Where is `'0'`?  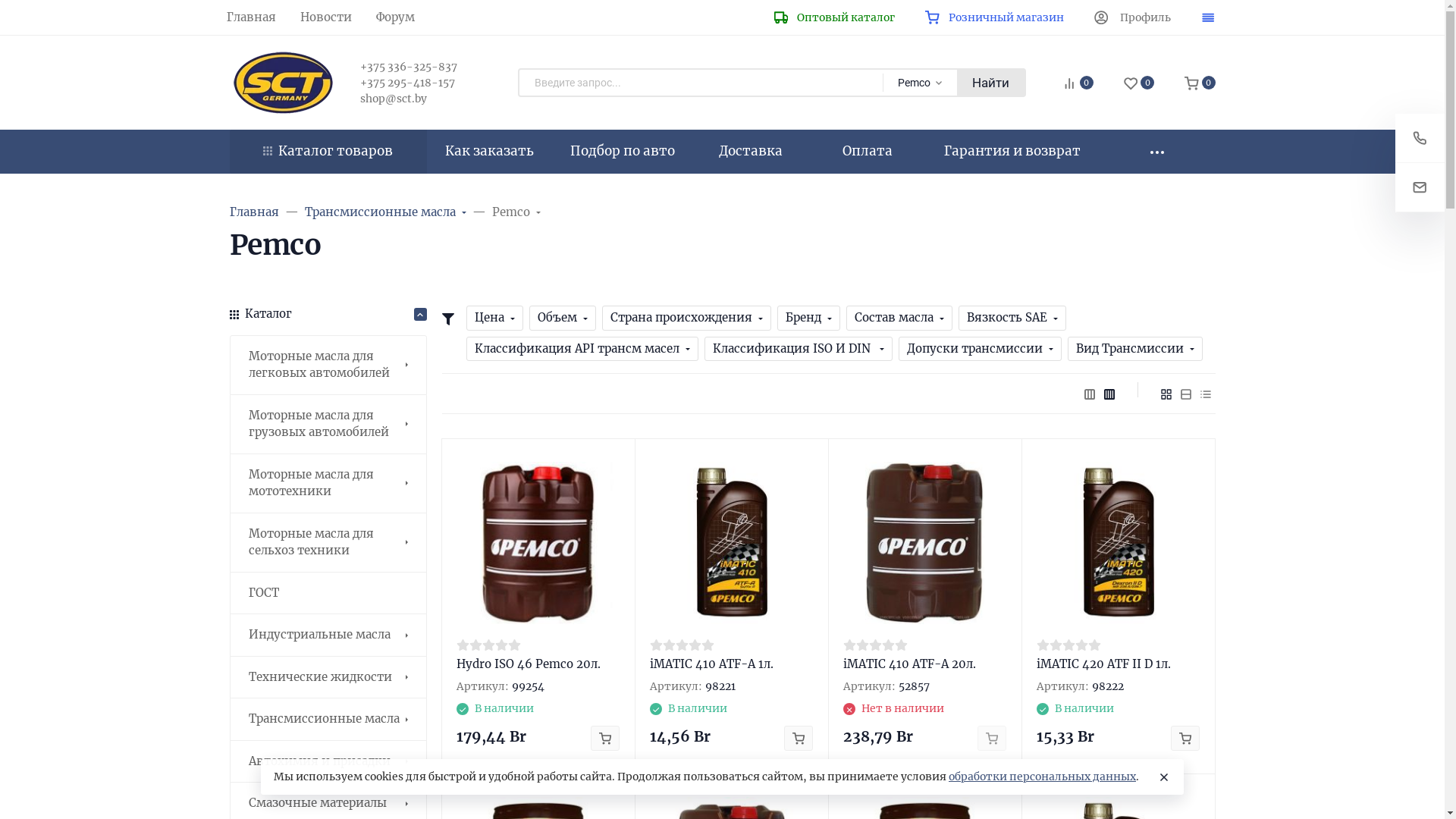 '0' is located at coordinates (1199, 83).